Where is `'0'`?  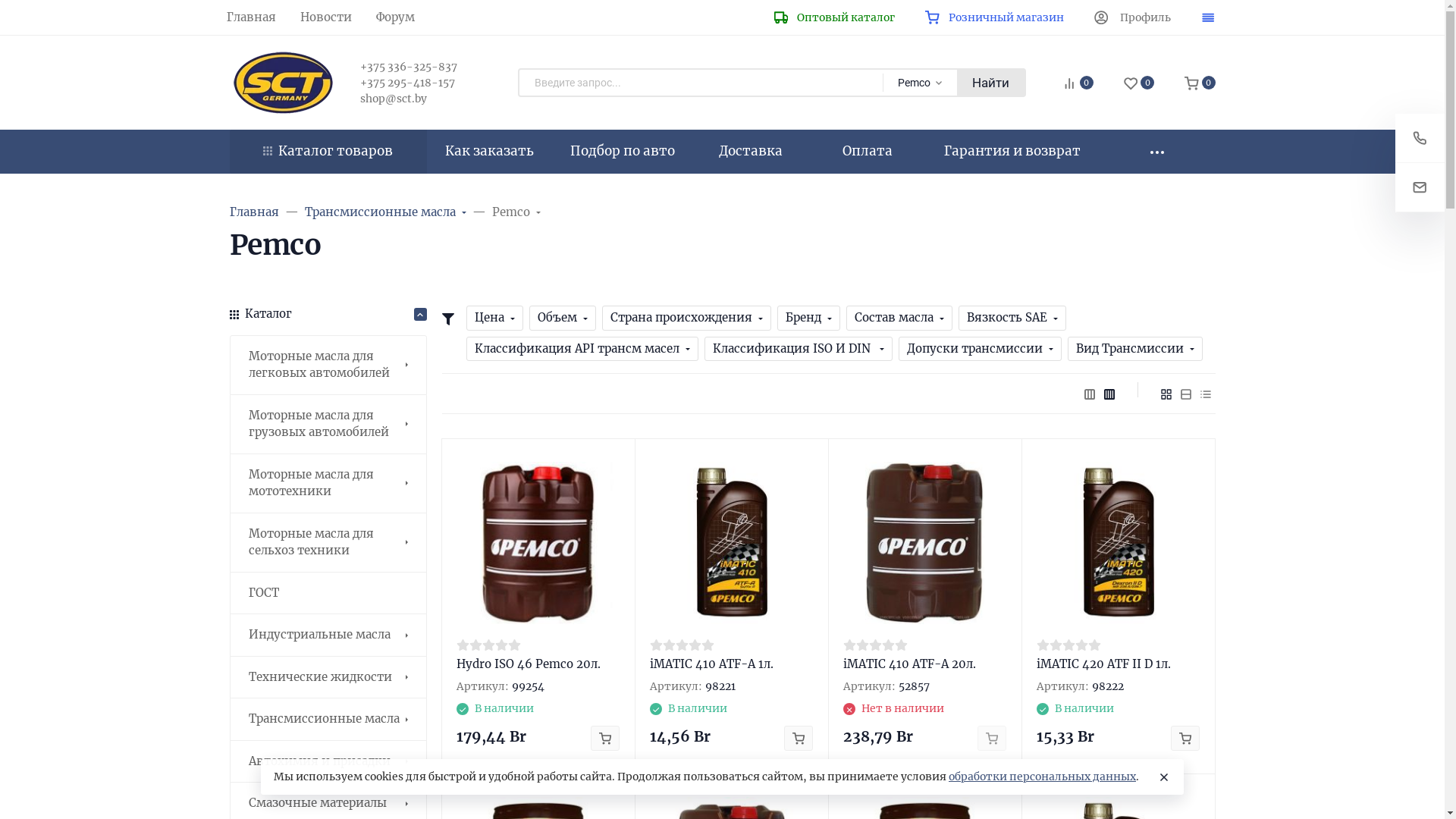 '0' is located at coordinates (1199, 83).